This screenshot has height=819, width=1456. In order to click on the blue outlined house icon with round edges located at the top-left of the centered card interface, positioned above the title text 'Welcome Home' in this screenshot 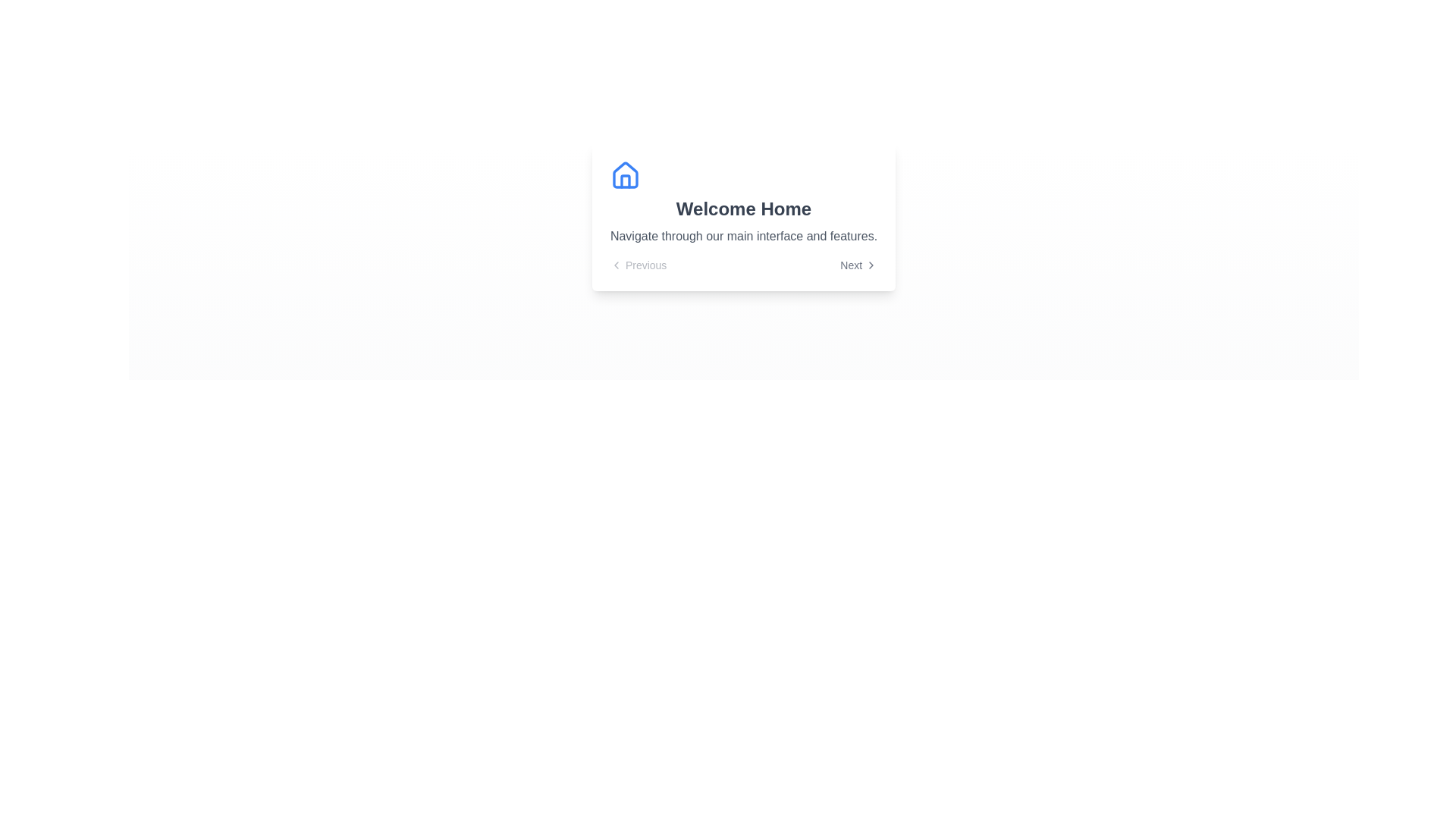, I will do `click(625, 174)`.